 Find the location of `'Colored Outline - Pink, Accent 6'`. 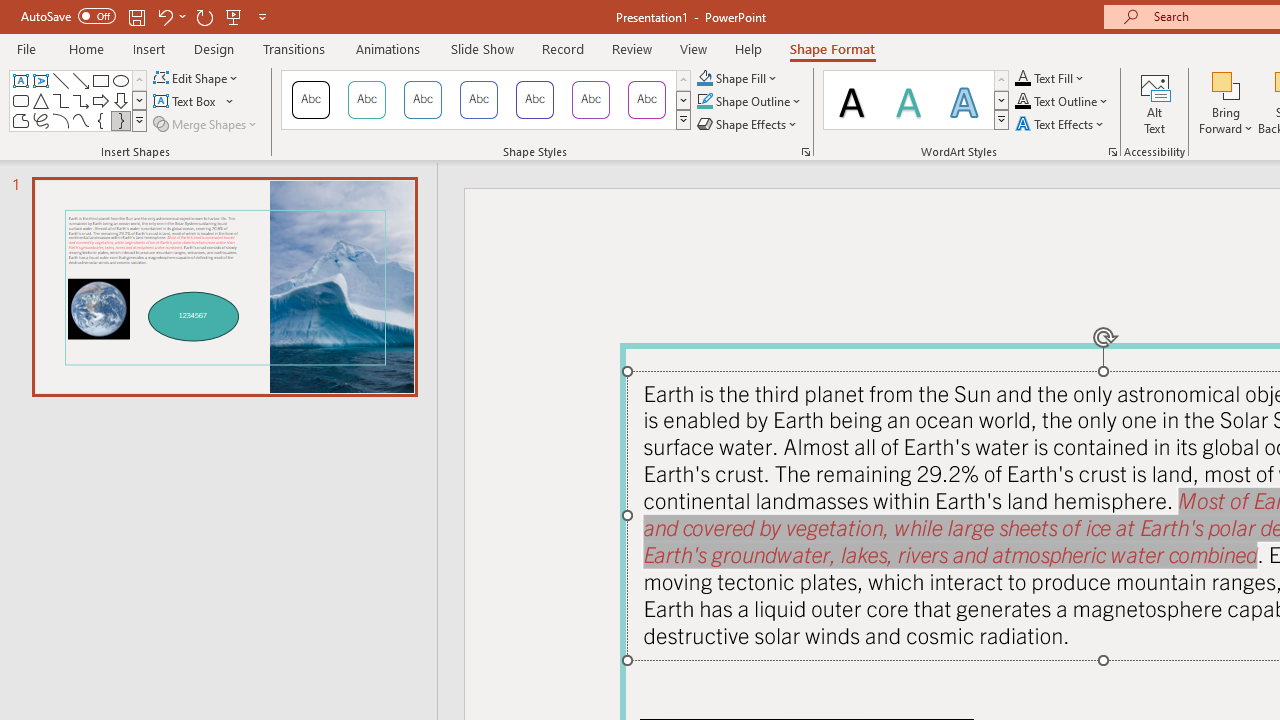

'Colored Outline - Pink, Accent 6' is located at coordinates (647, 100).